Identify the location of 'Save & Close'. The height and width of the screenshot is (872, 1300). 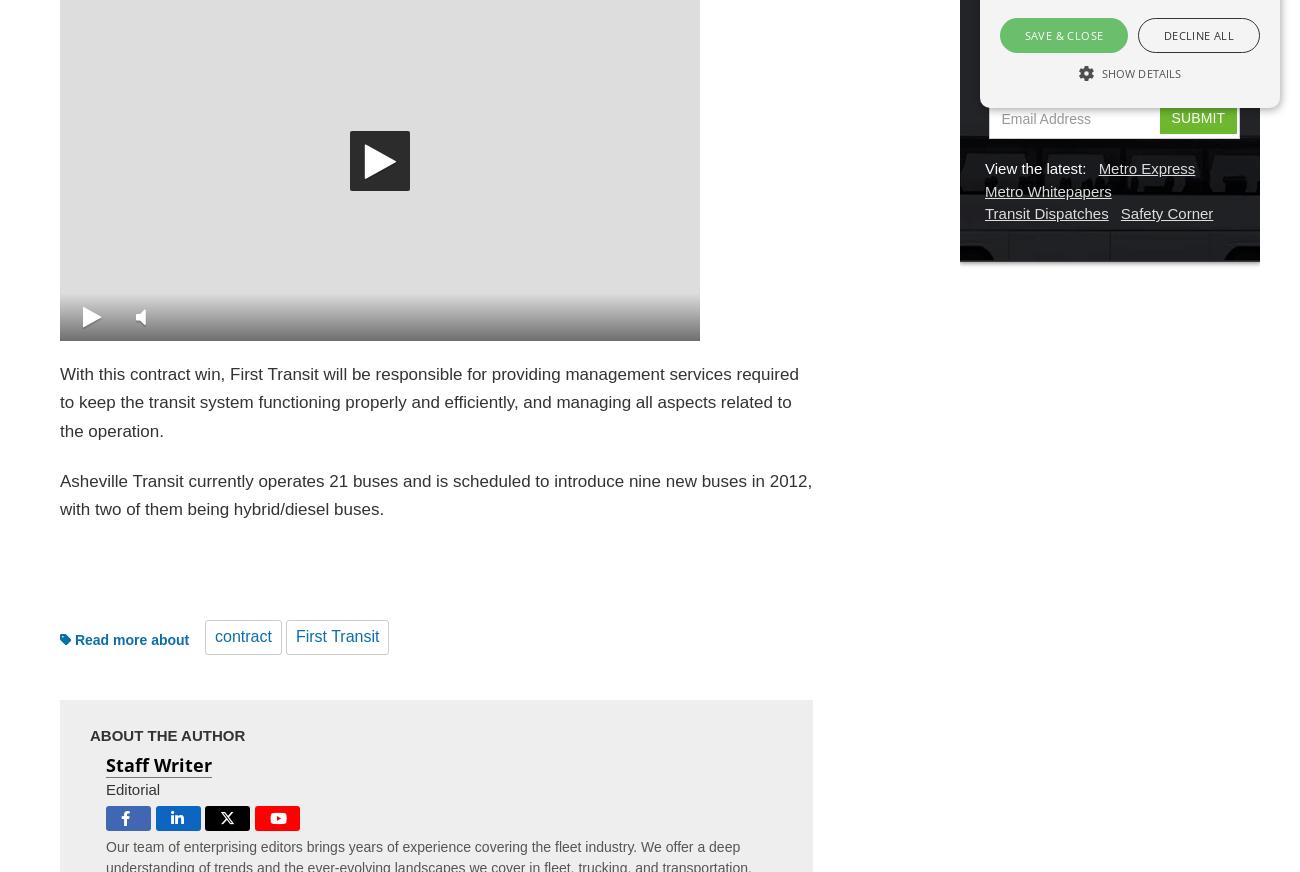
(1063, 34).